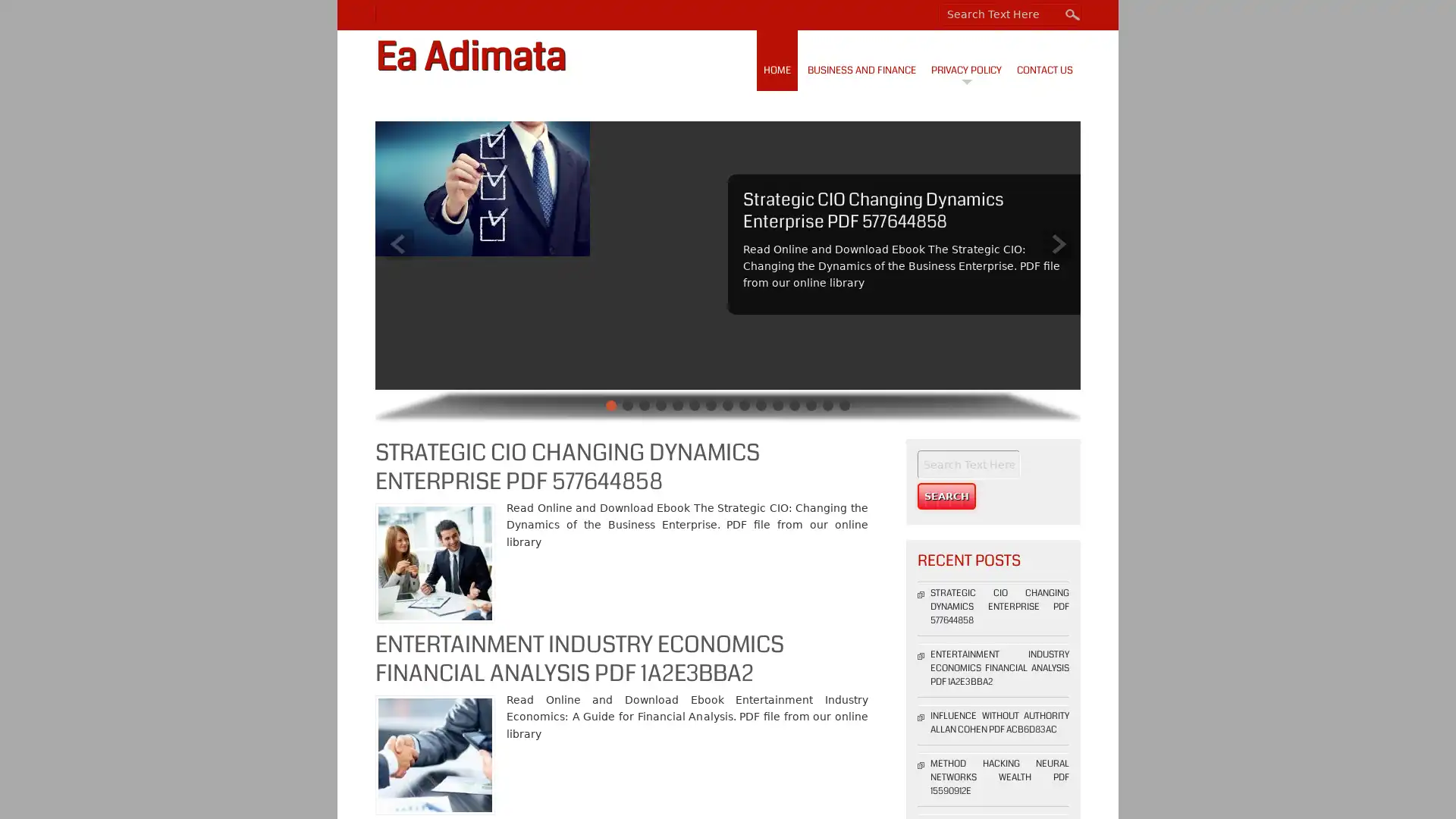 The width and height of the screenshot is (1456, 819). What do you see at coordinates (946, 496) in the screenshot?
I see `Search` at bounding box center [946, 496].